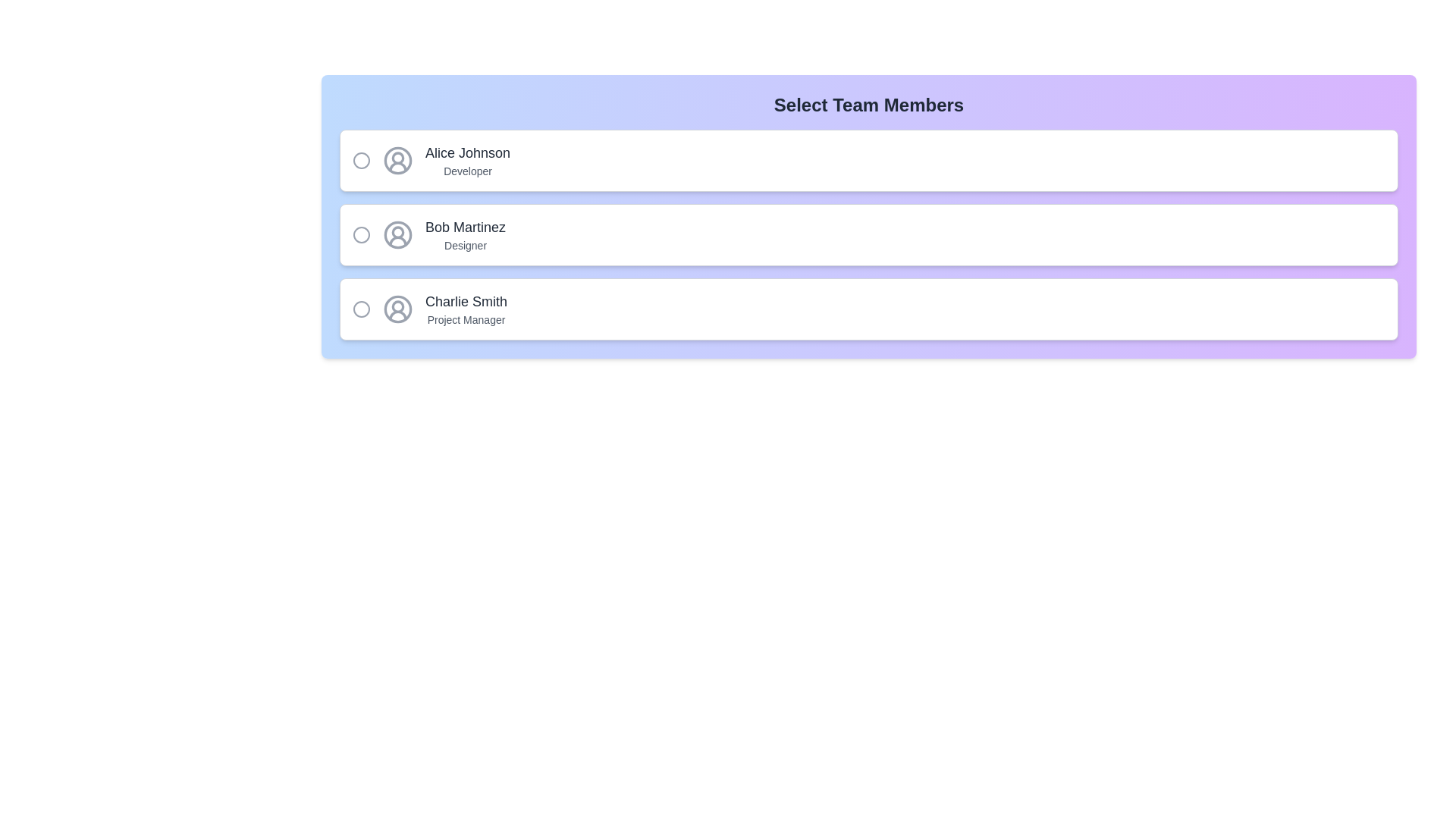 The image size is (1456, 819). Describe the element at coordinates (360, 234) in the screenshot. I see `the radio button for 'Bob Martinez - Designer'` at that location.